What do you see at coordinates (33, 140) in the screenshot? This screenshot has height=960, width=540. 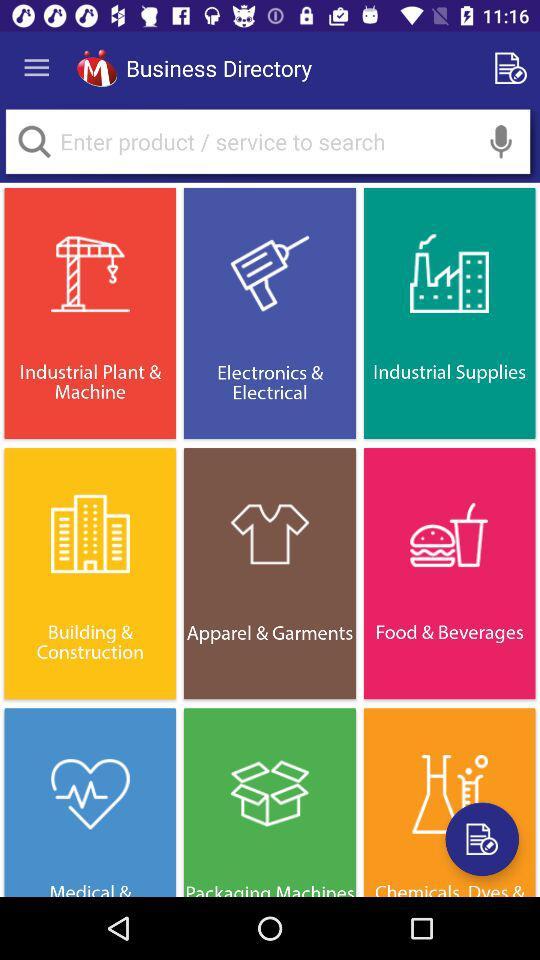 I see `the search icon` at bounding box center [33, 140].